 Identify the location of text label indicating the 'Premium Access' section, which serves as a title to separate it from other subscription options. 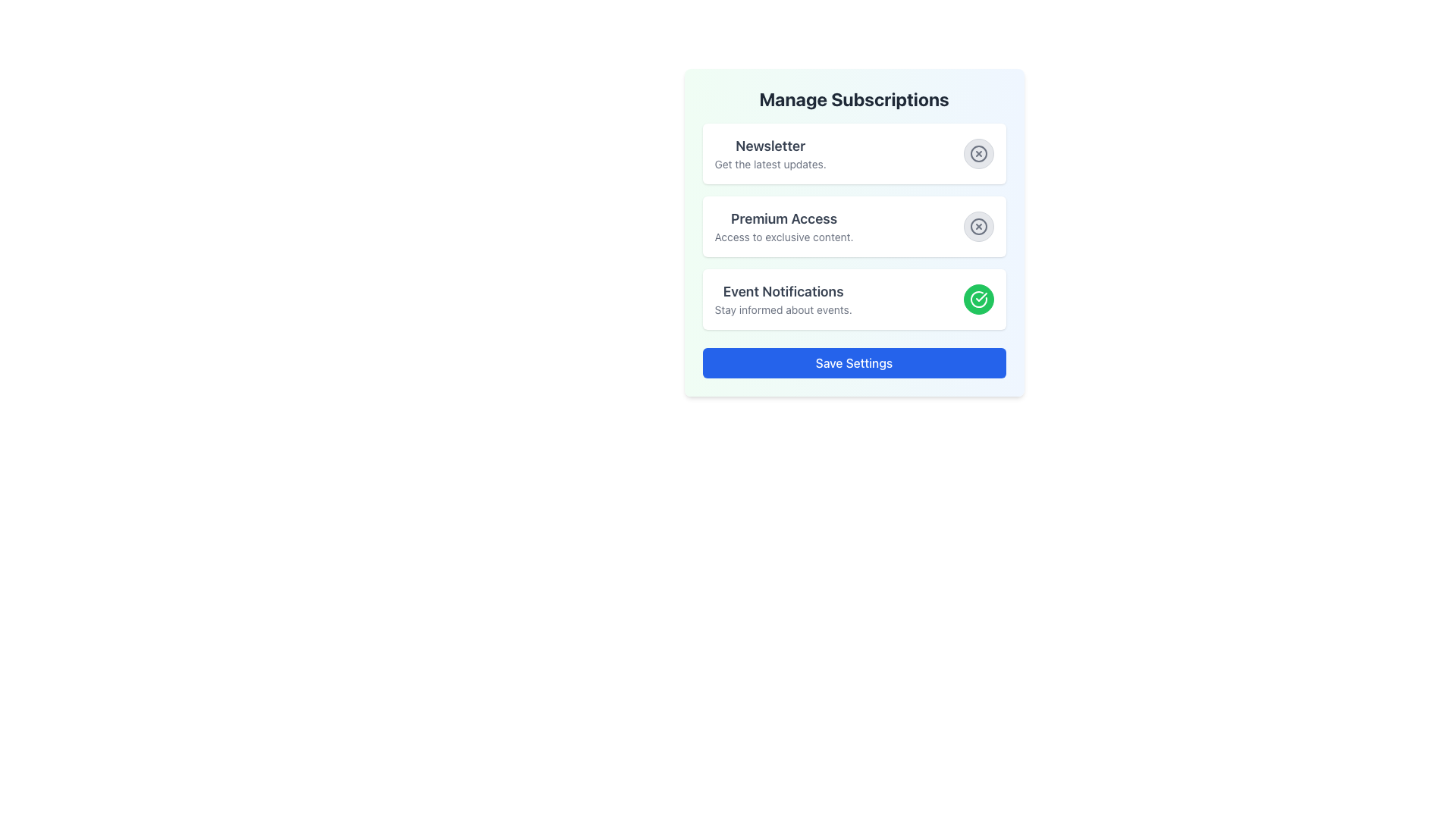
(784, 219).